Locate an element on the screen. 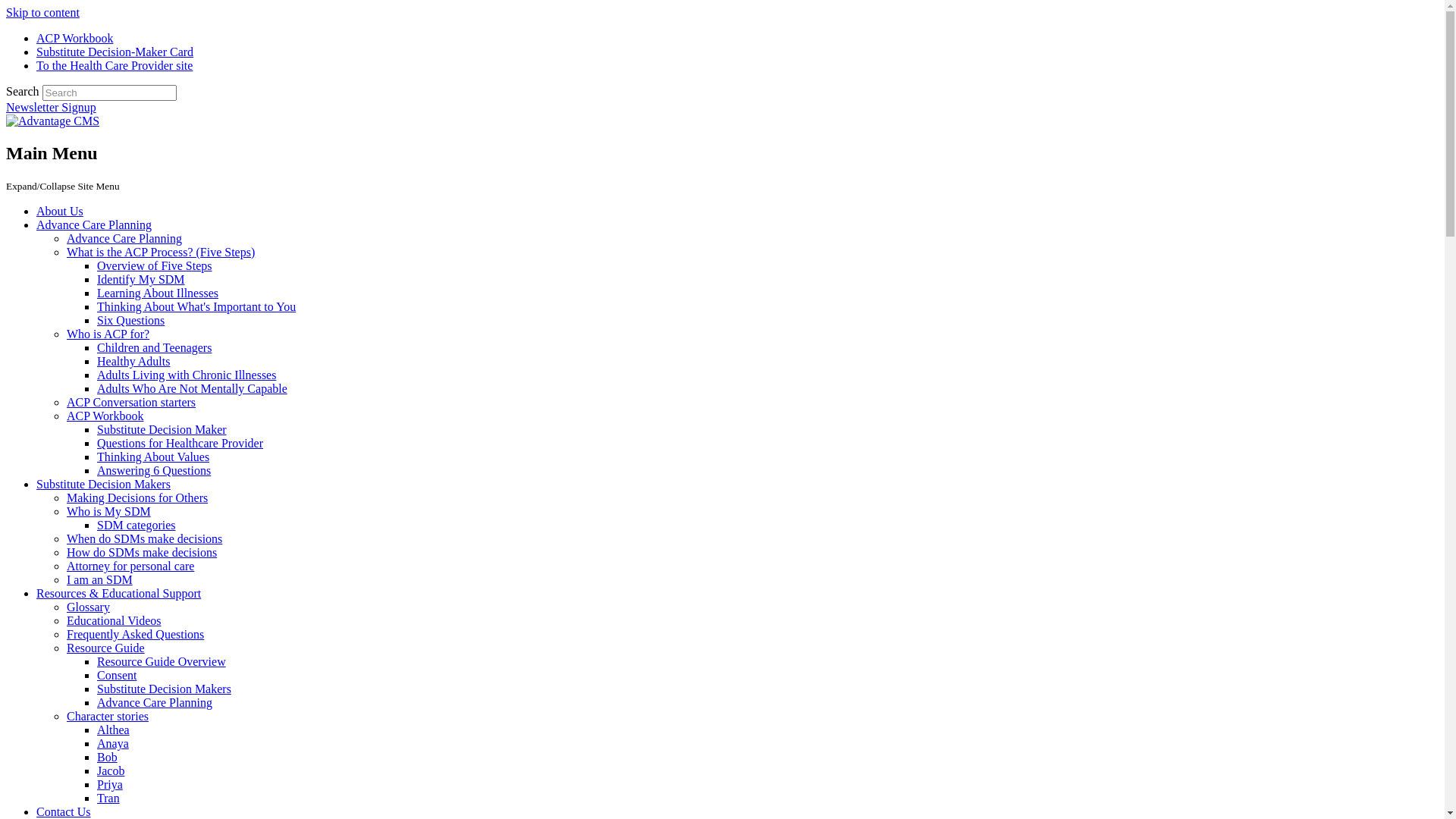 Image resolution: width=1456 pixels, height=819 pixels. 'Tran' is located at coordinates (108, 797).